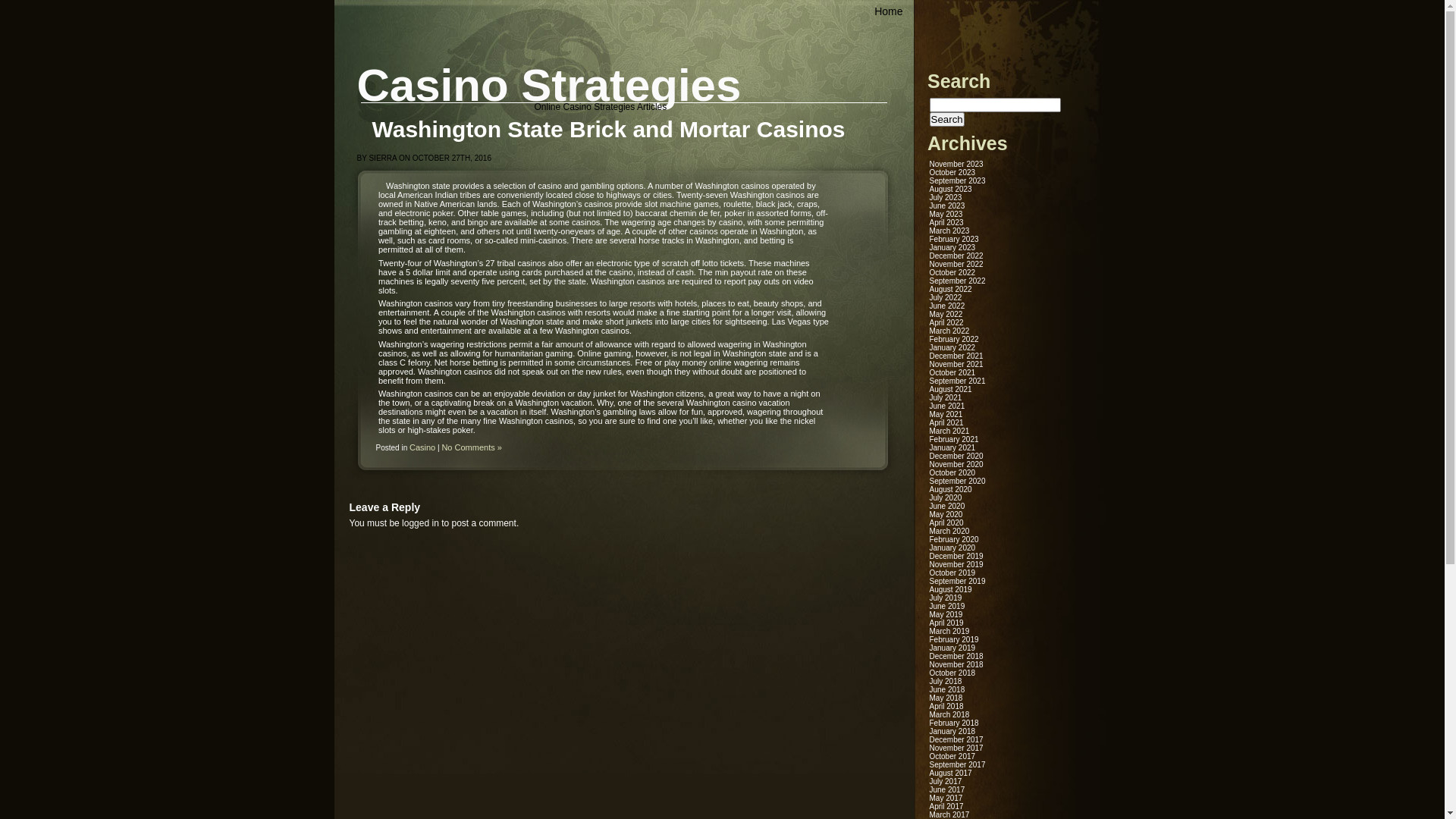  What do you see at coordinates (945, 597) in the screenshot?
I see `'July 2019'` at bounding box center [945, 597].